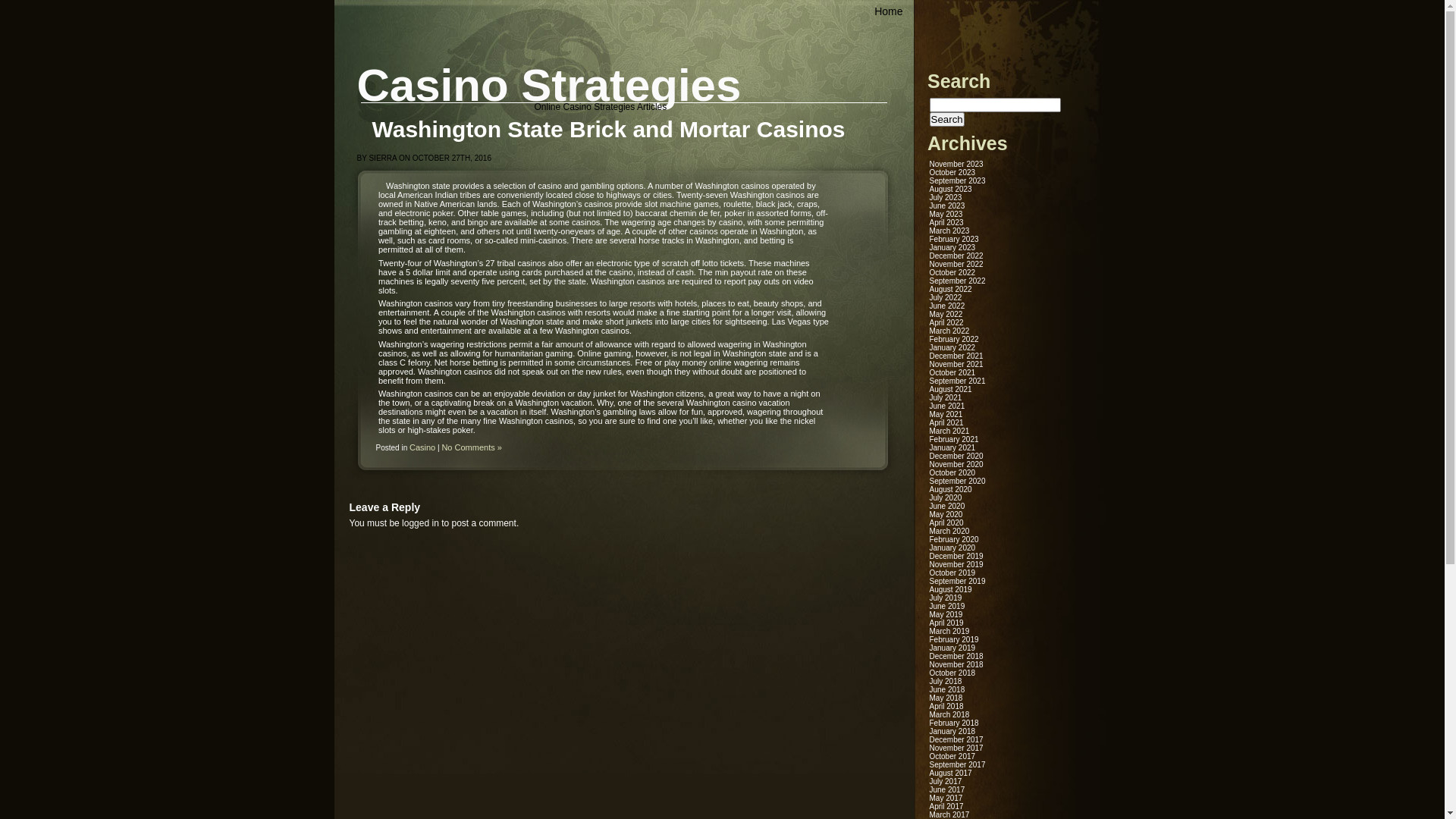  What do you see at coordinates (945, 597) in the screenshot?
I see `'July 2019'` at bounding box center [945, 597].